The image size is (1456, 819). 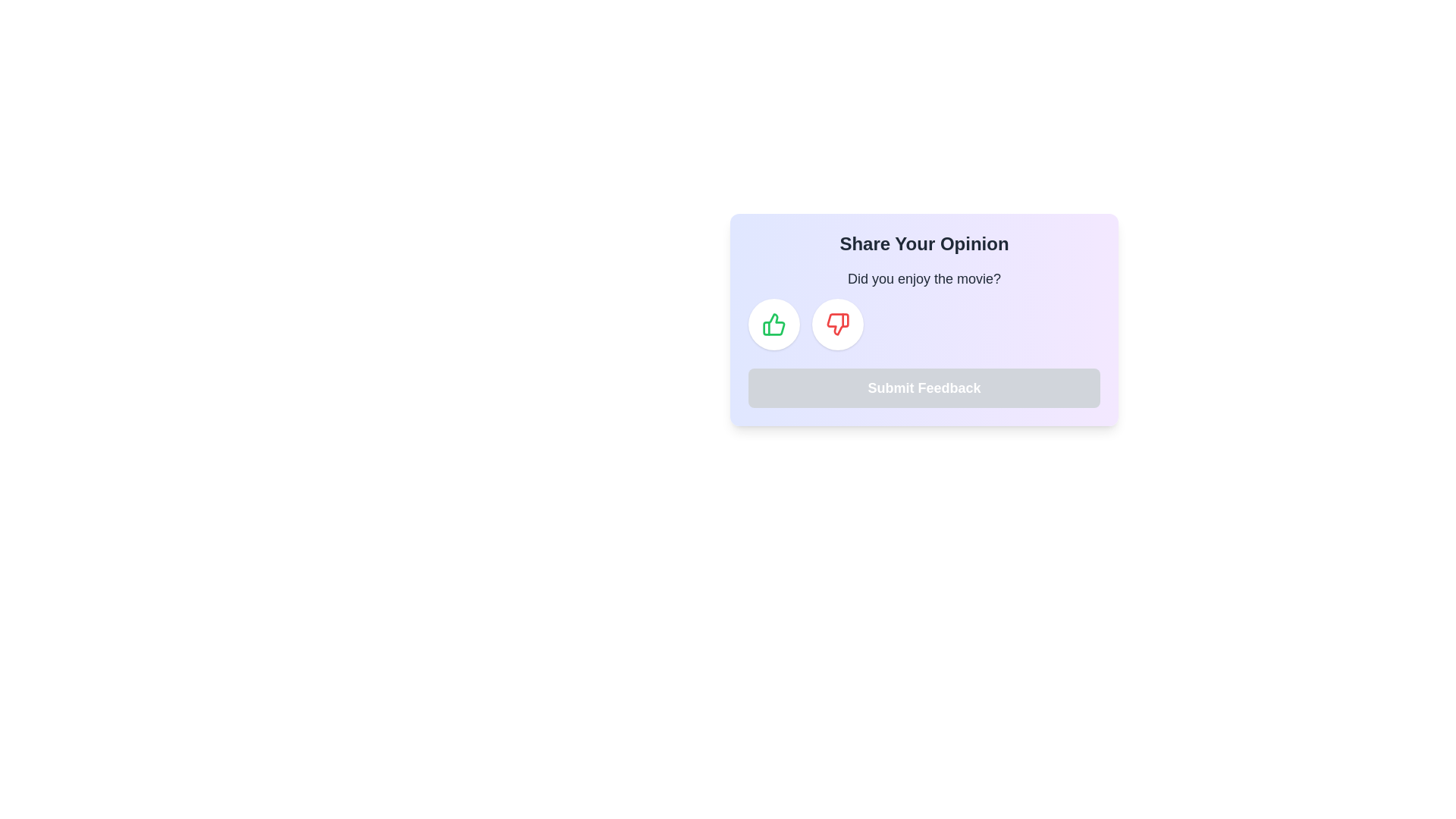 I want to click on the green thumbs-up icon button within the circular button located under the 'Did you enjoy the movie?' section, so click(x=774, y=324).